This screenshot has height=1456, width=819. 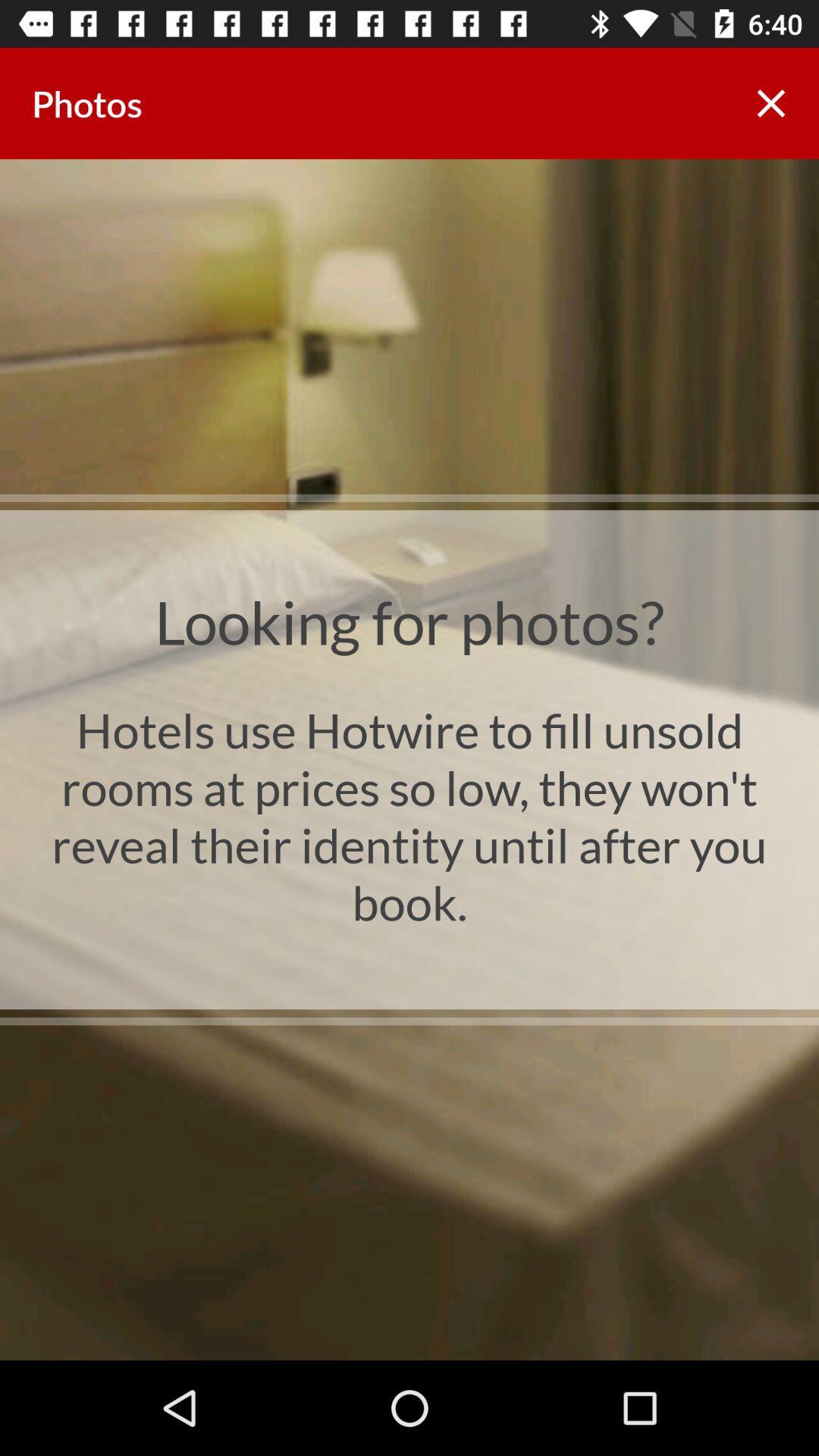 What do you see at coordinates (771, 102) in the screenshot?
I see `the item to the right of photos app` at bounding box center [771, 102].